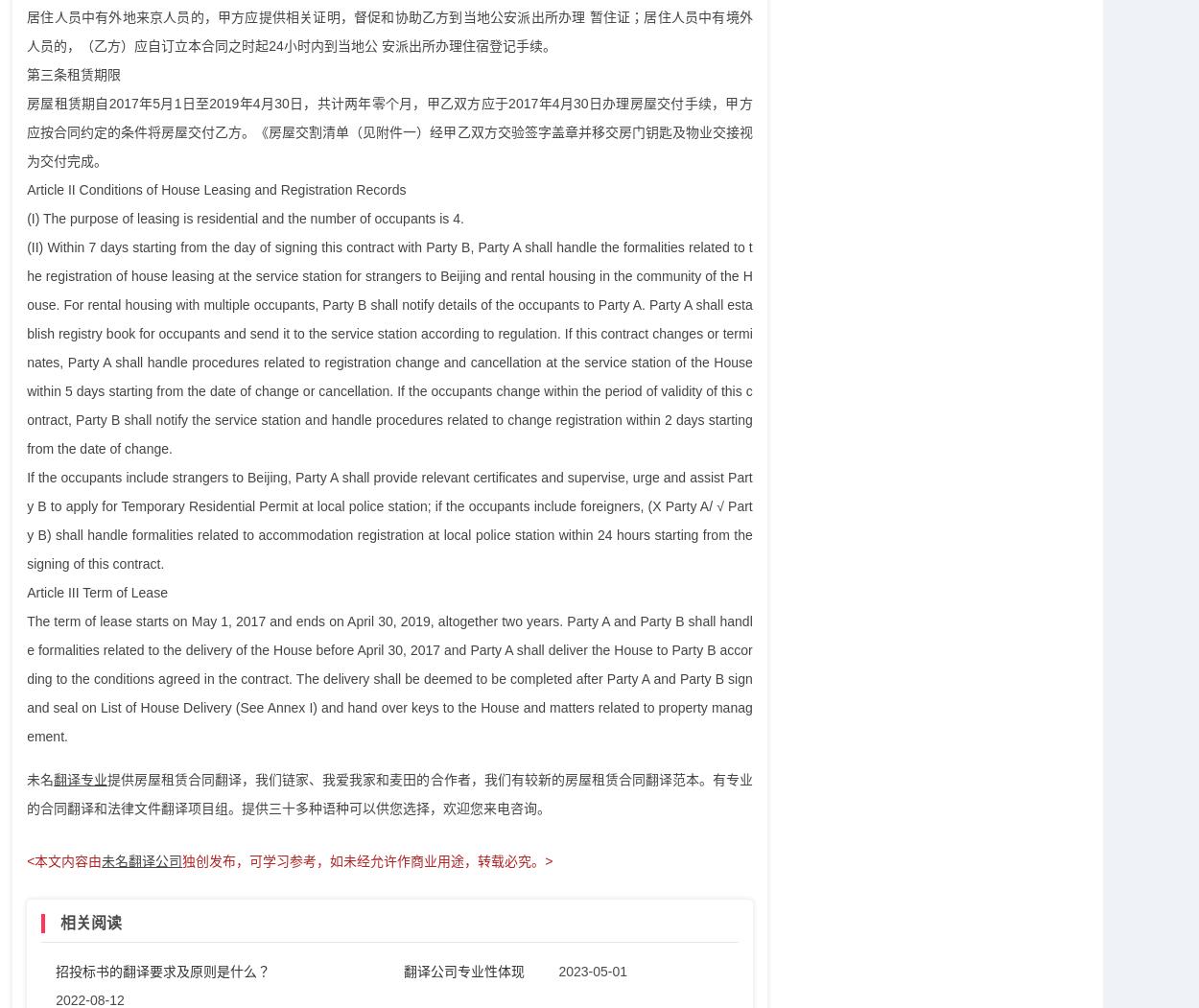 This screenshot has width=1199, height=1008. What do you see at coordinates (63, 860) in the screenshot?
I see `'<本文内容由'` at bounding box center [63, 860].